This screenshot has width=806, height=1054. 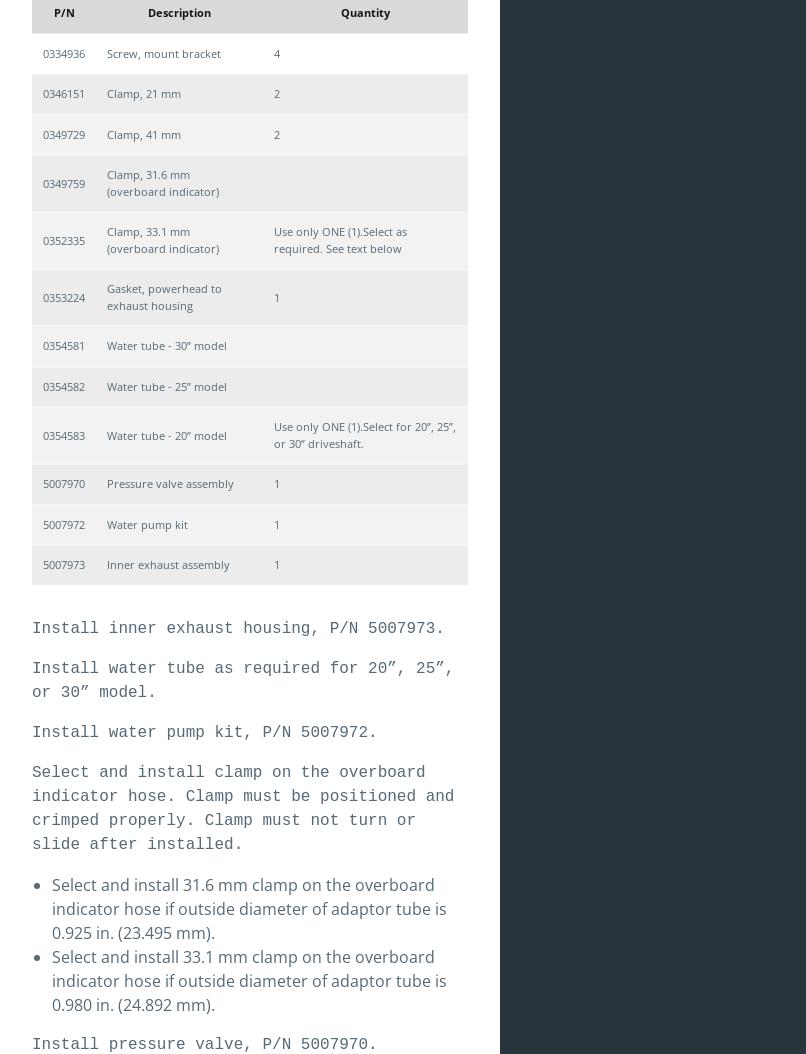 I want to click on 'Water tube - 20” model', so click(x=167, y=434).